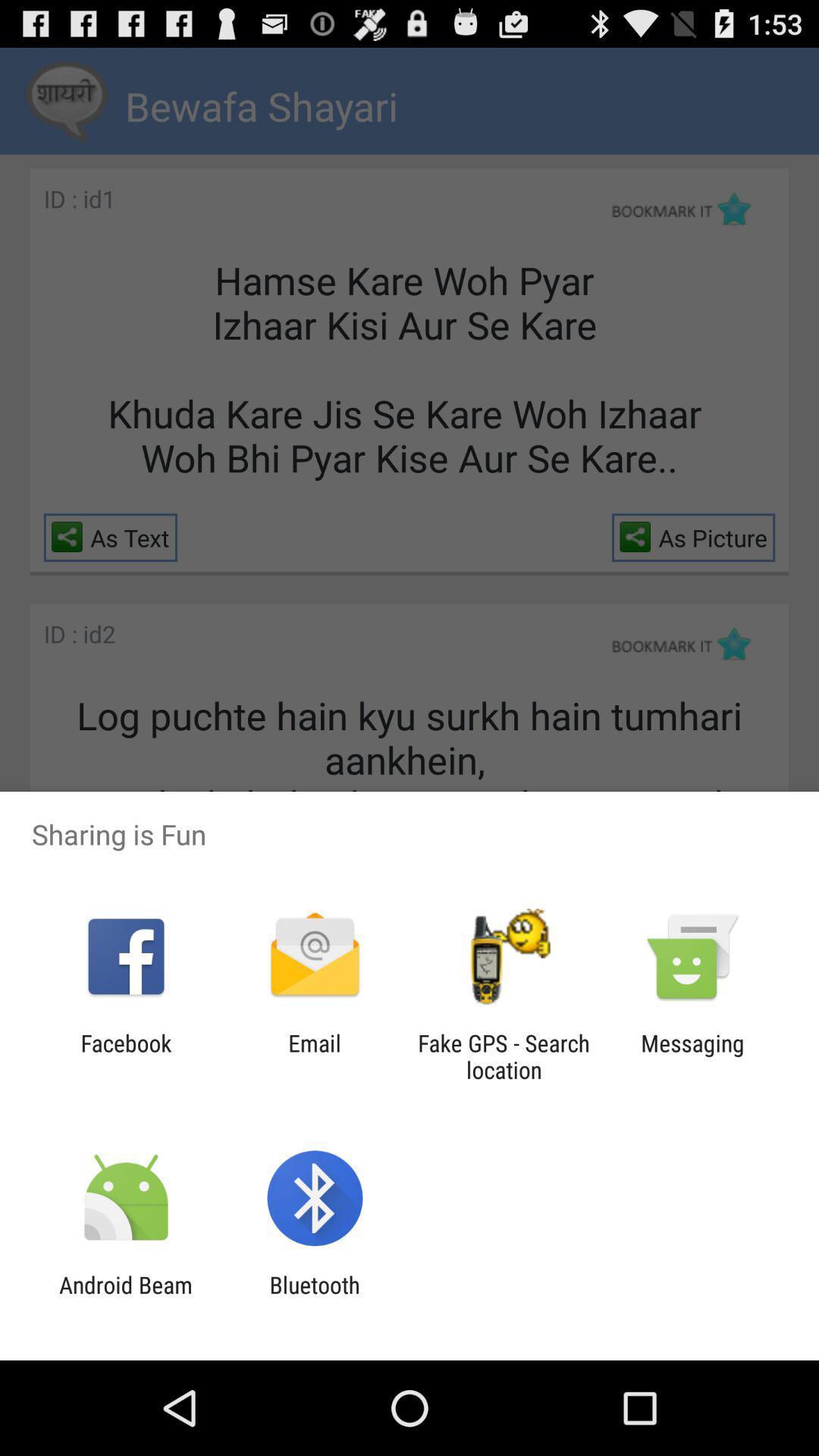 The height and width of the screenshot is (1456, 819). Describe the element at coordinates (692, 1056) in the screenshot. I see `icon to the right of fake gps search icon` at that location.